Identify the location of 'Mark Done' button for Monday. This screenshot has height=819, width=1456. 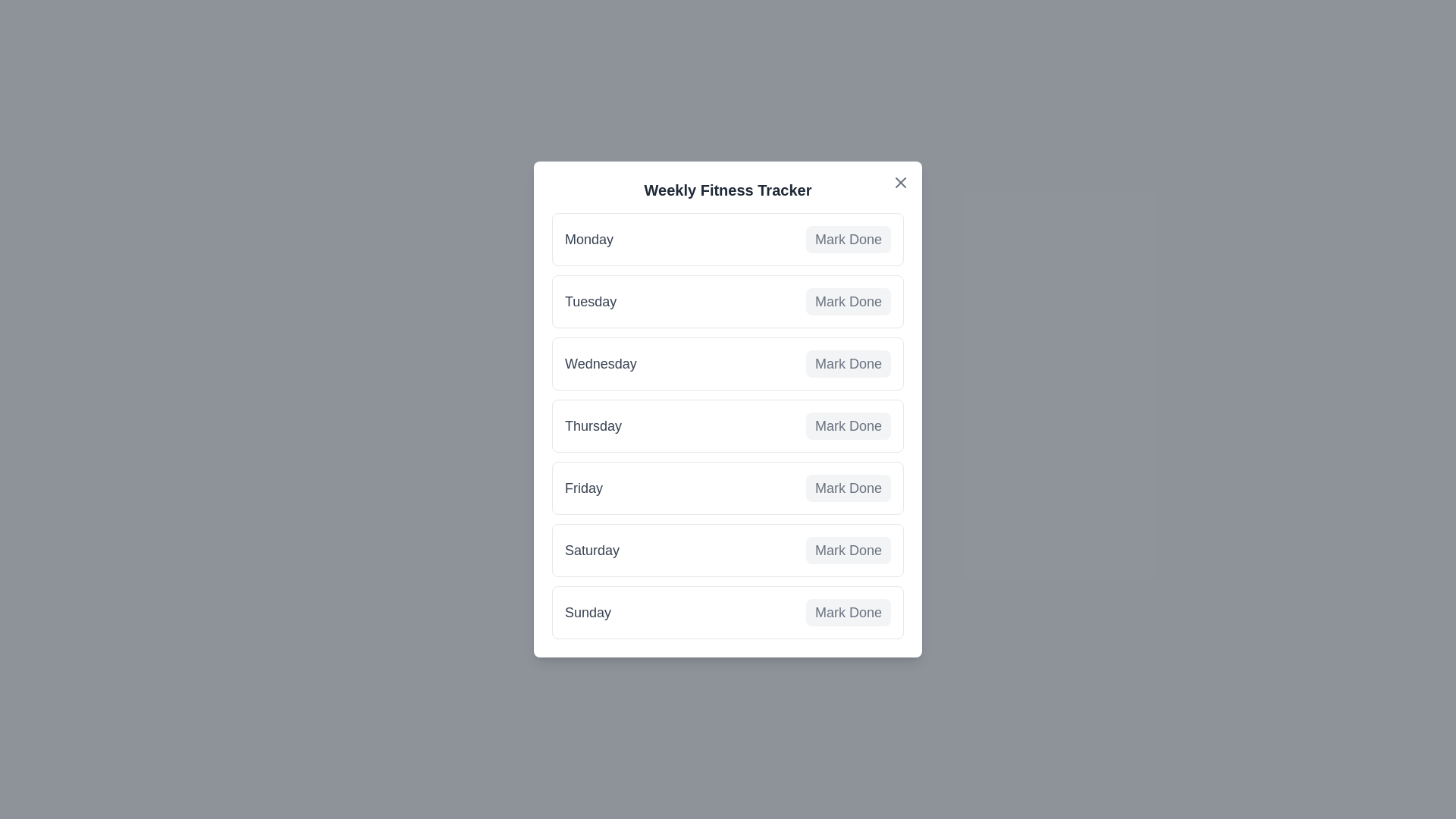
(847, 239).